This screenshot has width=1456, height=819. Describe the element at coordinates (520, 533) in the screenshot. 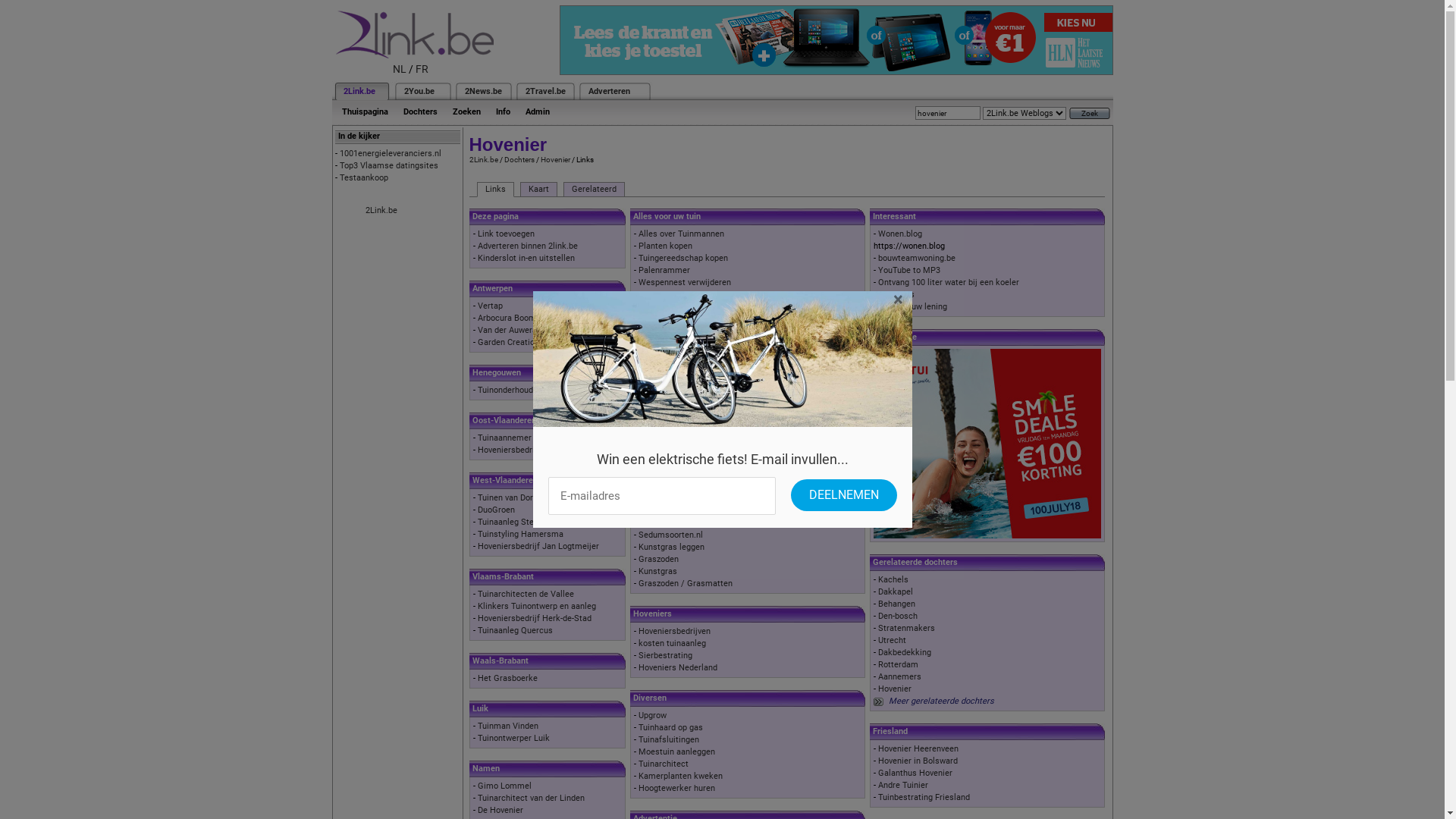

I see `'Tuinstyling Hamersma'` at that location.